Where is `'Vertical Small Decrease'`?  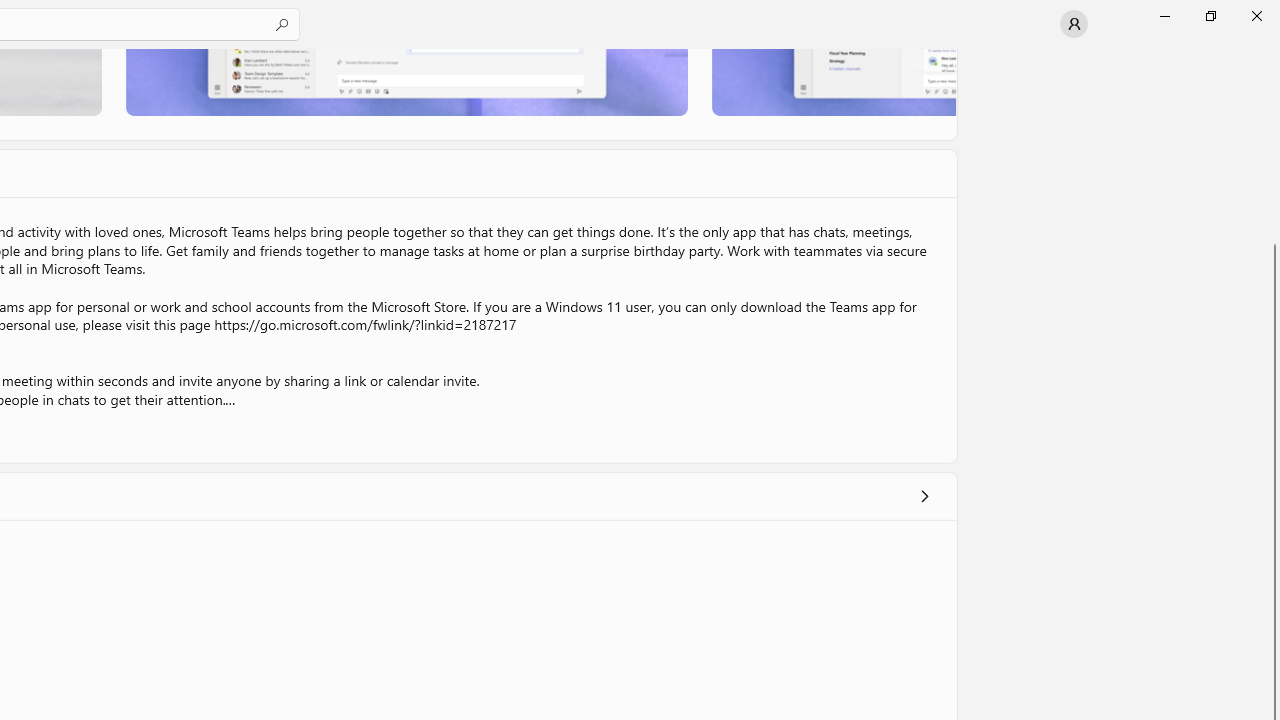 'Vertical Small Decrease' is located at coordinates (1271, 54).